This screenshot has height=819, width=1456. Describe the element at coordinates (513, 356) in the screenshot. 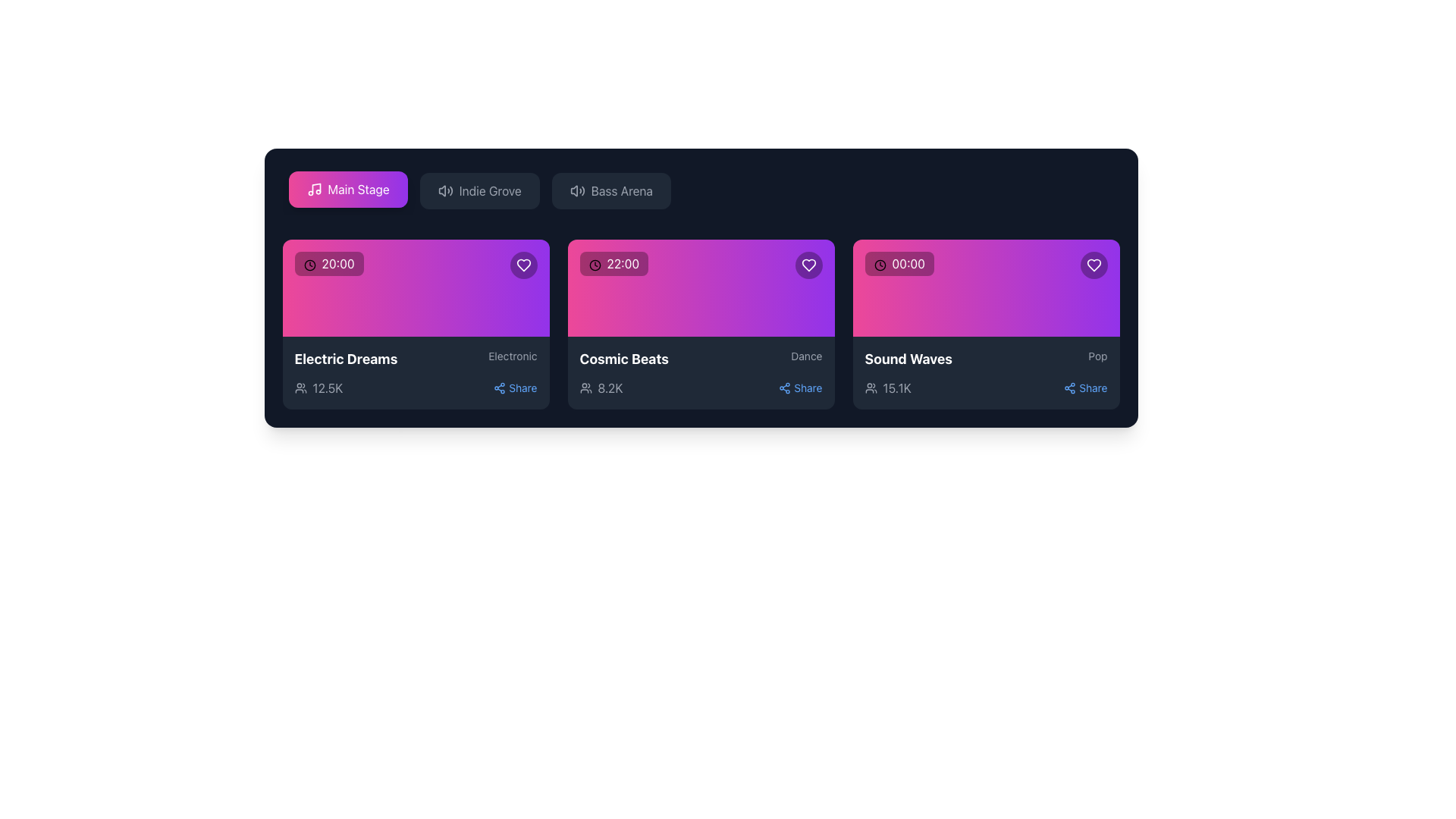

I see `the text label indicating the genre 'Electronic' located in the lower-right corner of the card for the event 'Electric Dreams'` at that location.